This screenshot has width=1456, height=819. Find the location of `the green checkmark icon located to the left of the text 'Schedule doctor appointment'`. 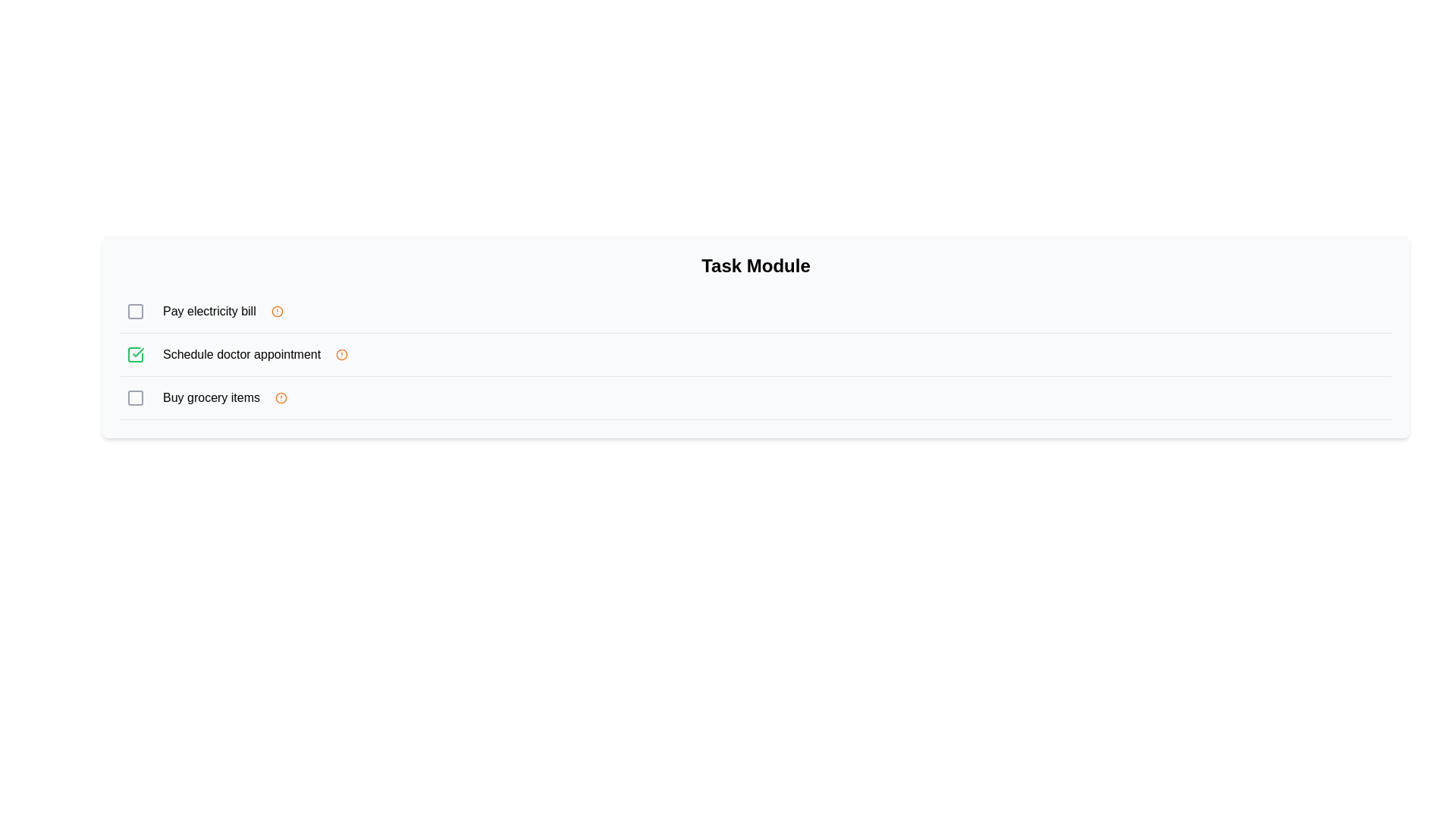

the green checkmark icon located to the left of the text 'Schedule doctor appointment' is located at coordinates (135, 354).